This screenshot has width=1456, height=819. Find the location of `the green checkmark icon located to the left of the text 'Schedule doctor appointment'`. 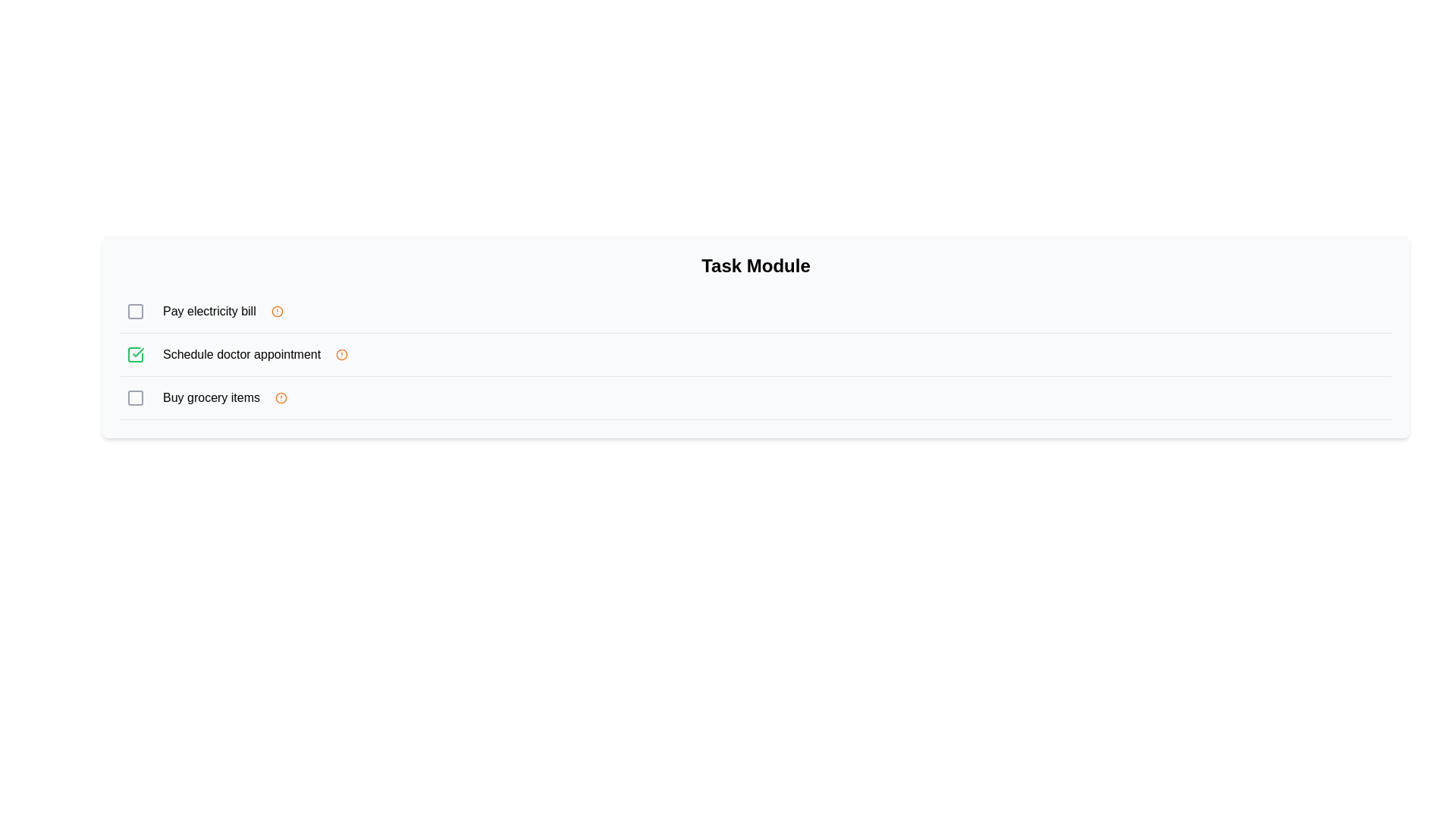

the green checkmark icon located to the left of the text 'Schedule doctor appointment' is located at coordinates (135, 354).